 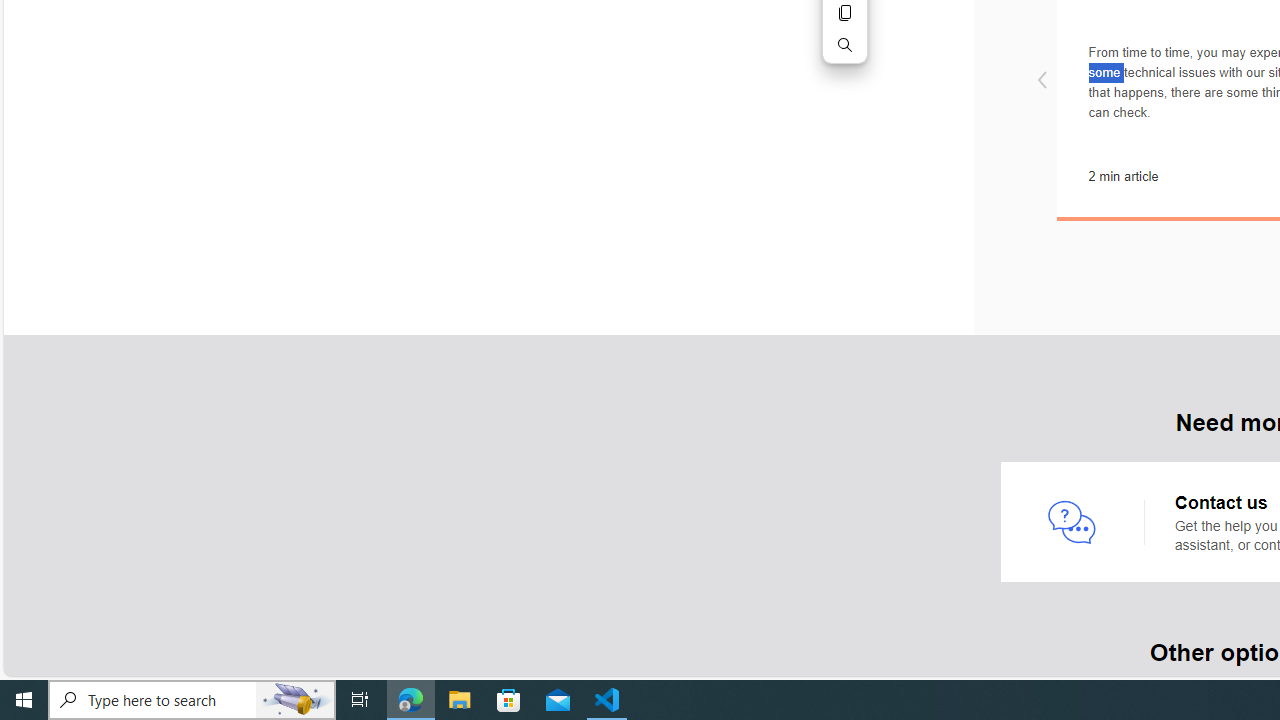 I want to click on 'Previous slide', so click(x=1040, y=80).